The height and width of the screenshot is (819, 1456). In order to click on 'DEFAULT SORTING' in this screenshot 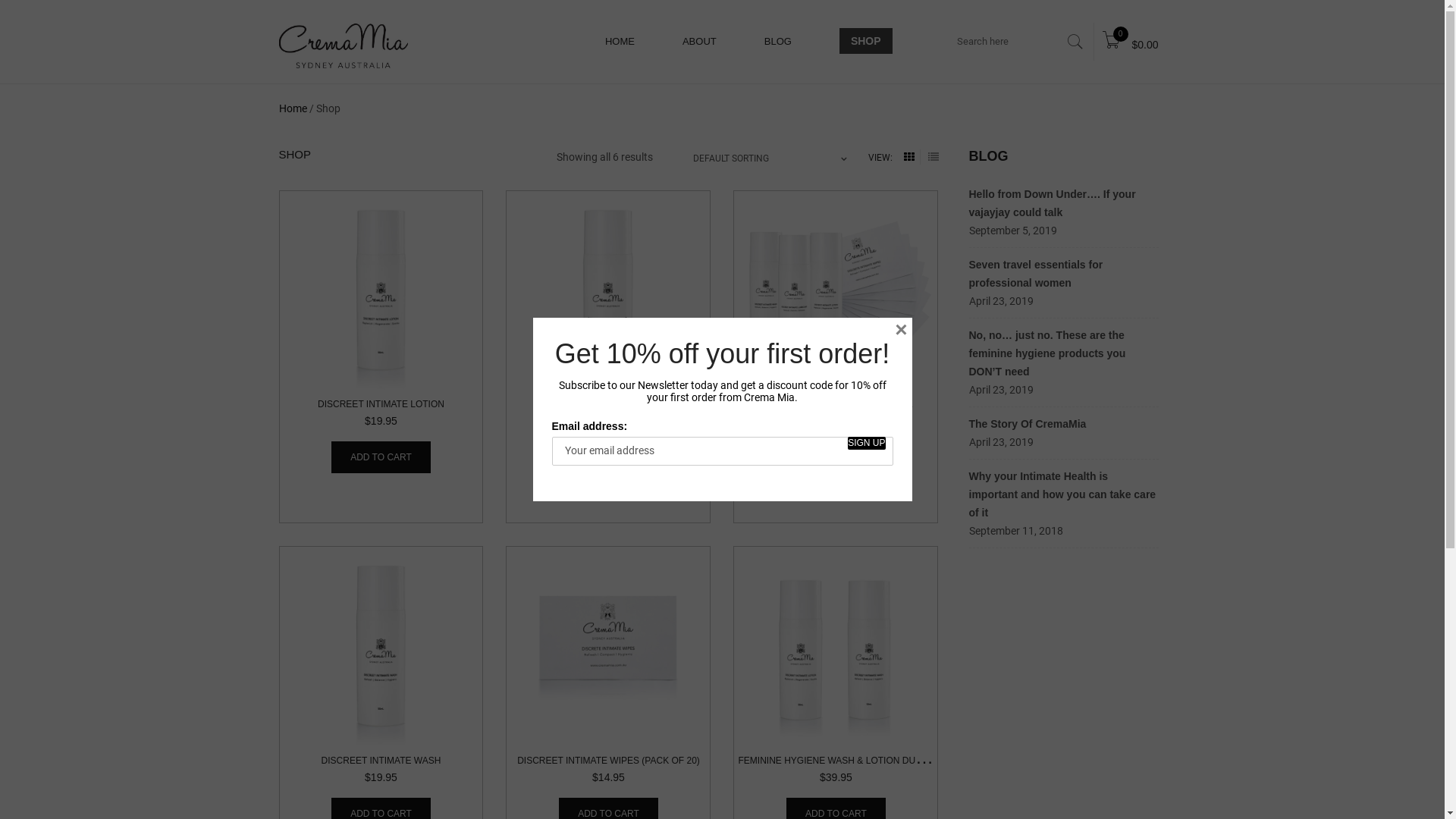, I will do `click(692, 158)`.